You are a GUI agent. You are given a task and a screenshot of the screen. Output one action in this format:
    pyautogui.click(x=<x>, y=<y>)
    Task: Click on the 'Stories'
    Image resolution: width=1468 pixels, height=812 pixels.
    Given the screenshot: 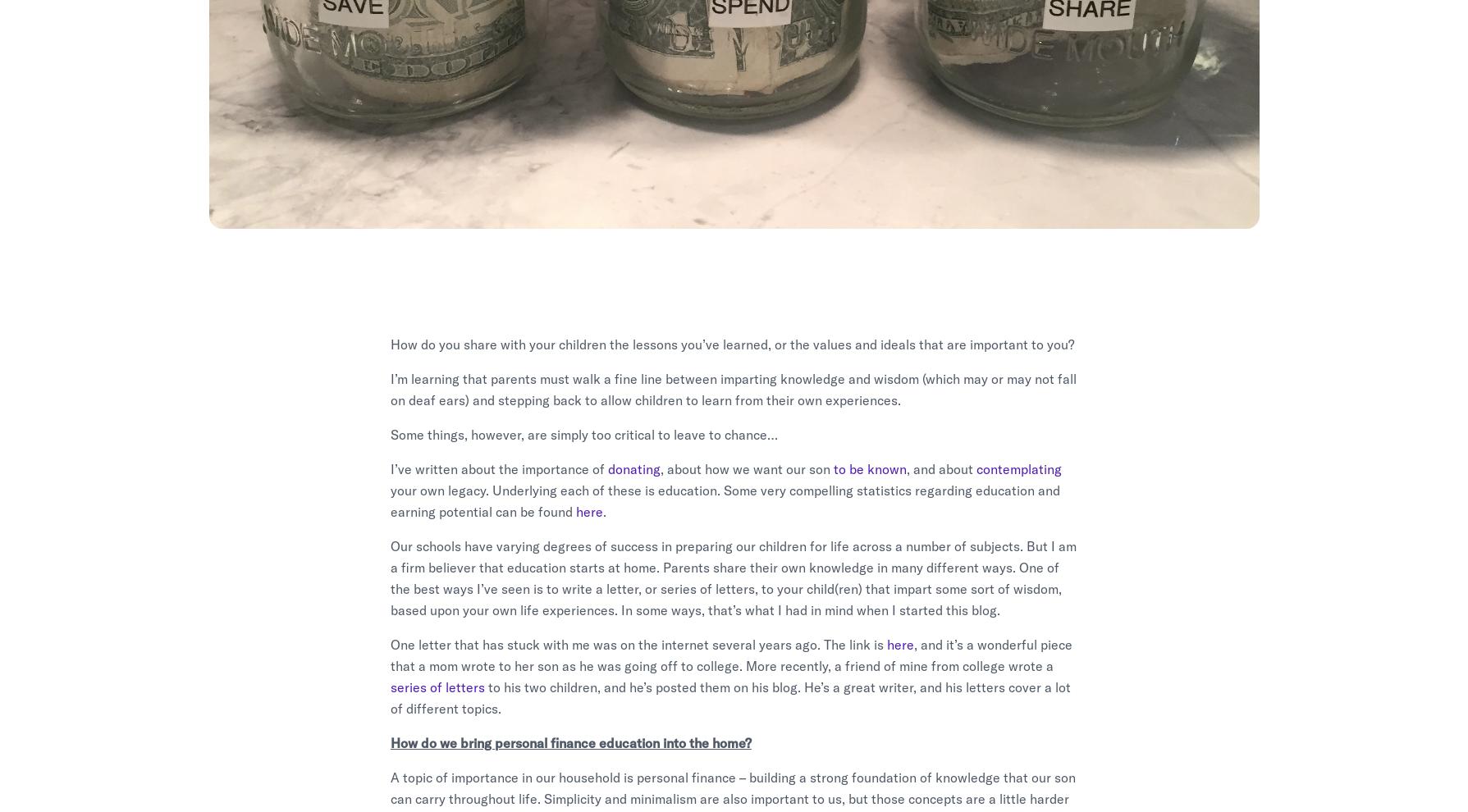 What is the action you would take?
    pyautogui.click(x=752, y=591)
    